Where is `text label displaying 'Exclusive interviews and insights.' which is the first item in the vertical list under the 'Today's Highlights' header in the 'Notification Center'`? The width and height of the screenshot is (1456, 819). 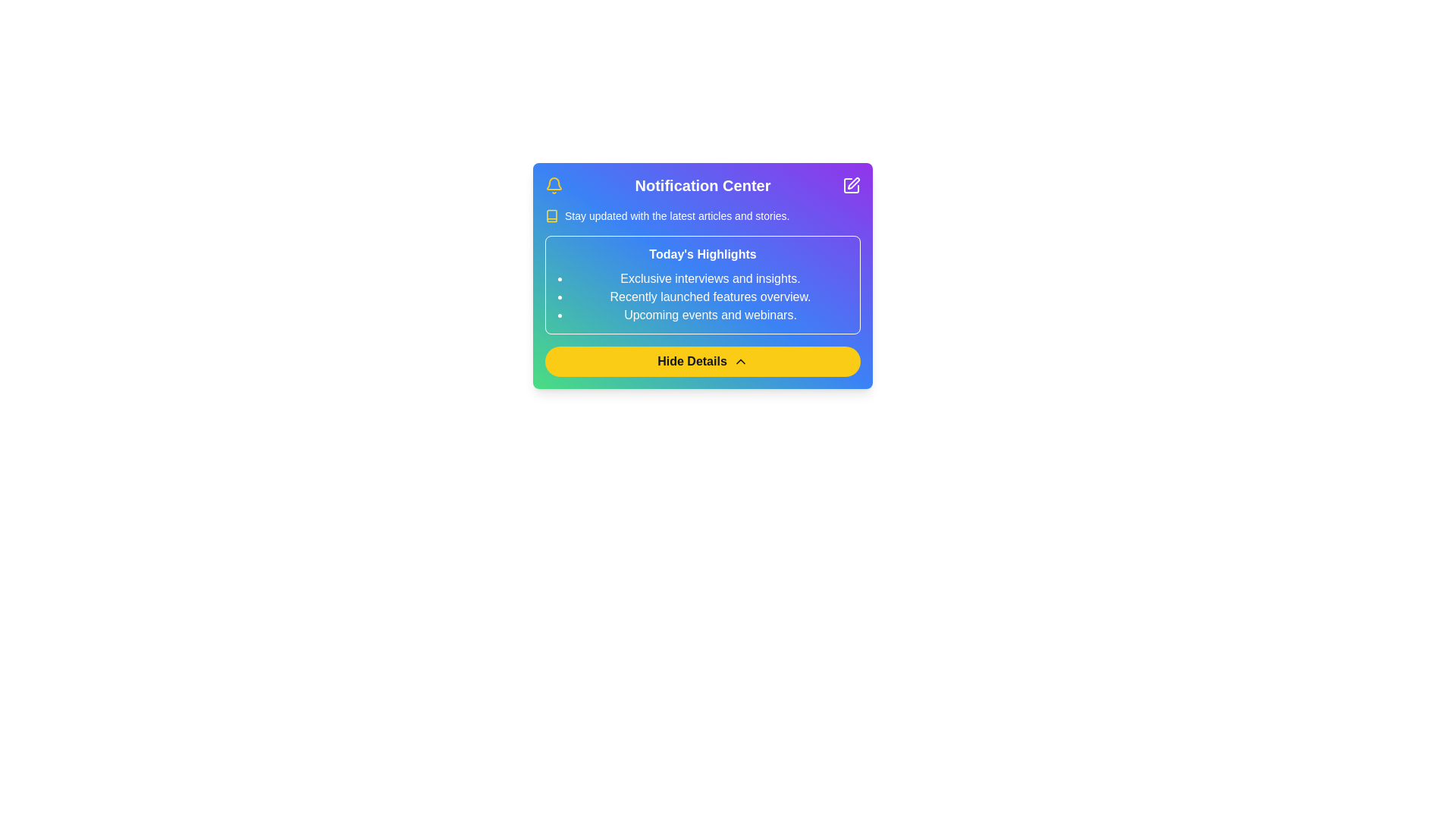
text label displaying 'Exclusive interviews and insights.' which is the first item in the vertical list under the 'Today's Highlights' header in the 'Notification Center' is located at coordinates (709, 278).